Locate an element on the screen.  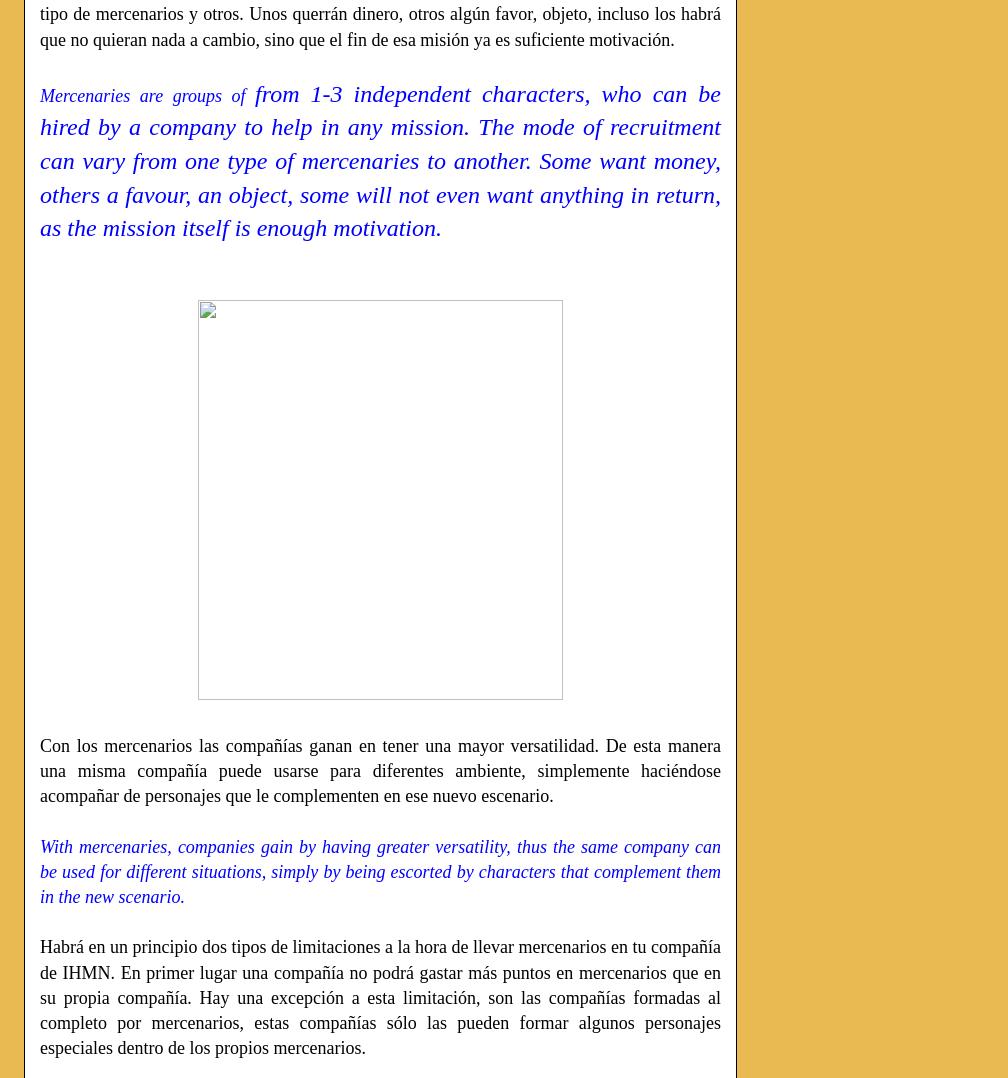
'even' is located at coordinates (434, 194).